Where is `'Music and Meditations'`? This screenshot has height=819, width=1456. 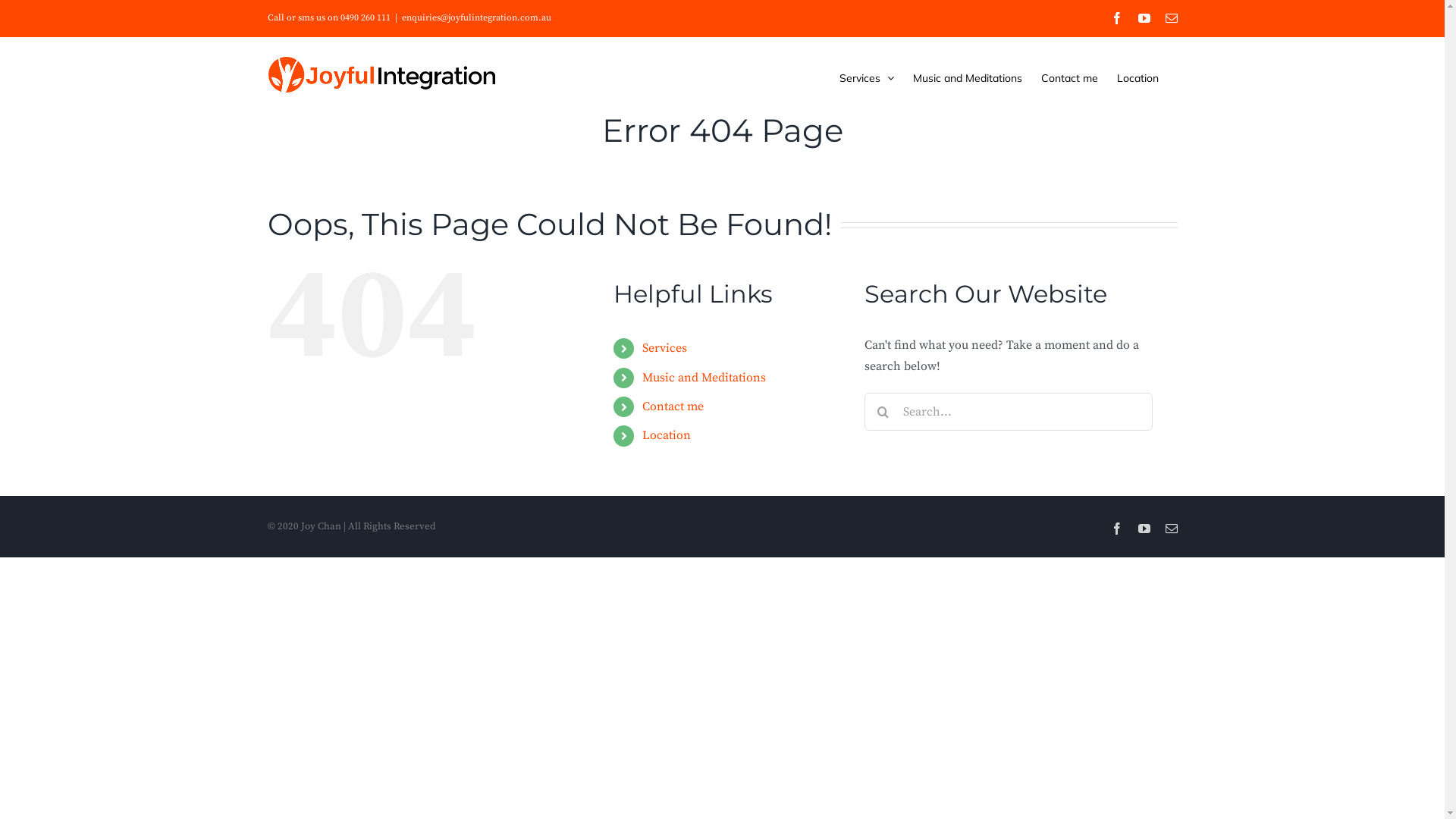
'Music and Meditations' is located at coordinates (967, 77).